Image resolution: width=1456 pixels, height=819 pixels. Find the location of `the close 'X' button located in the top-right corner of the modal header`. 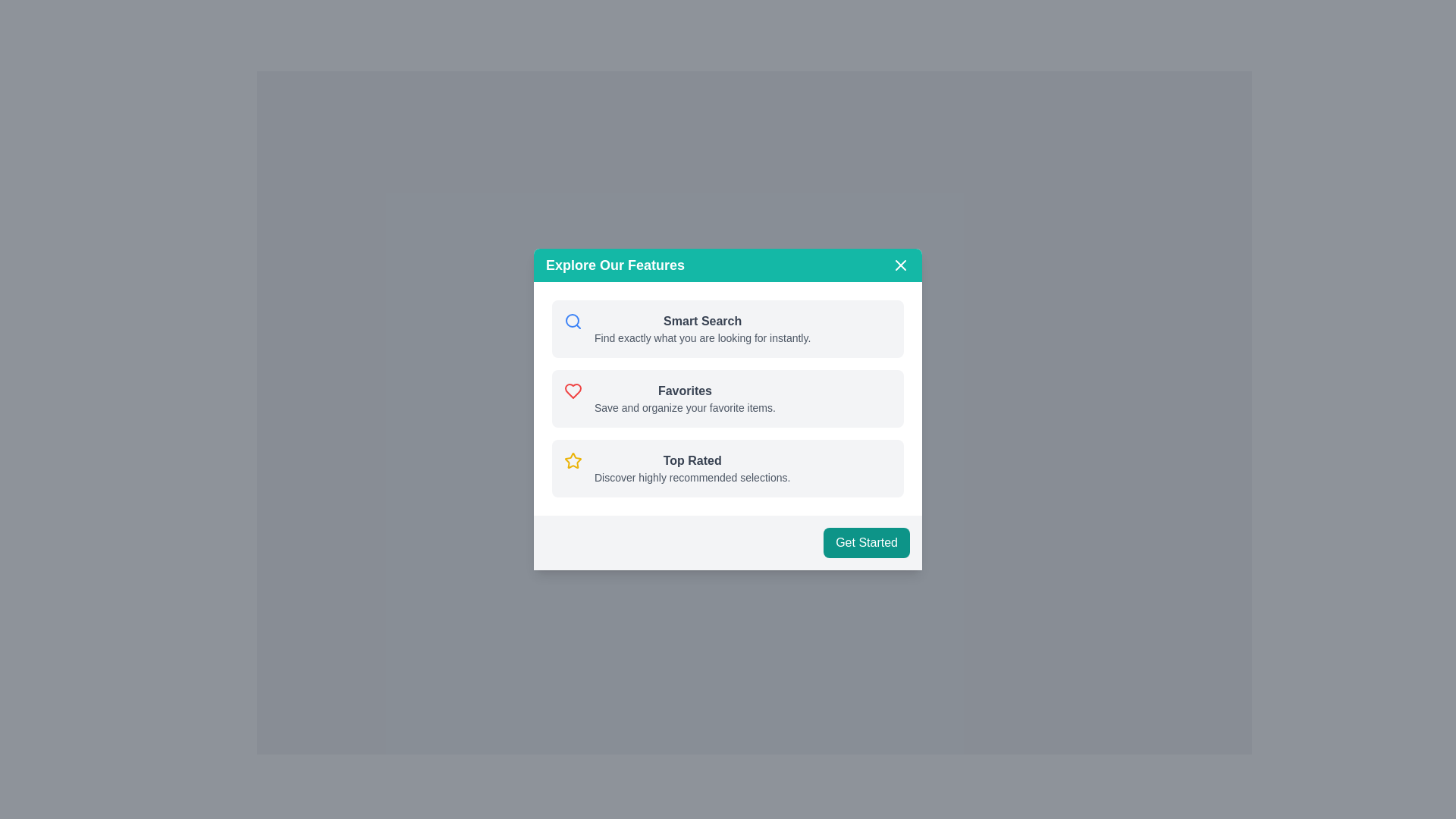

the close 'X' button located in the top-right corner of the modal header is located at coordinates (901, 265).